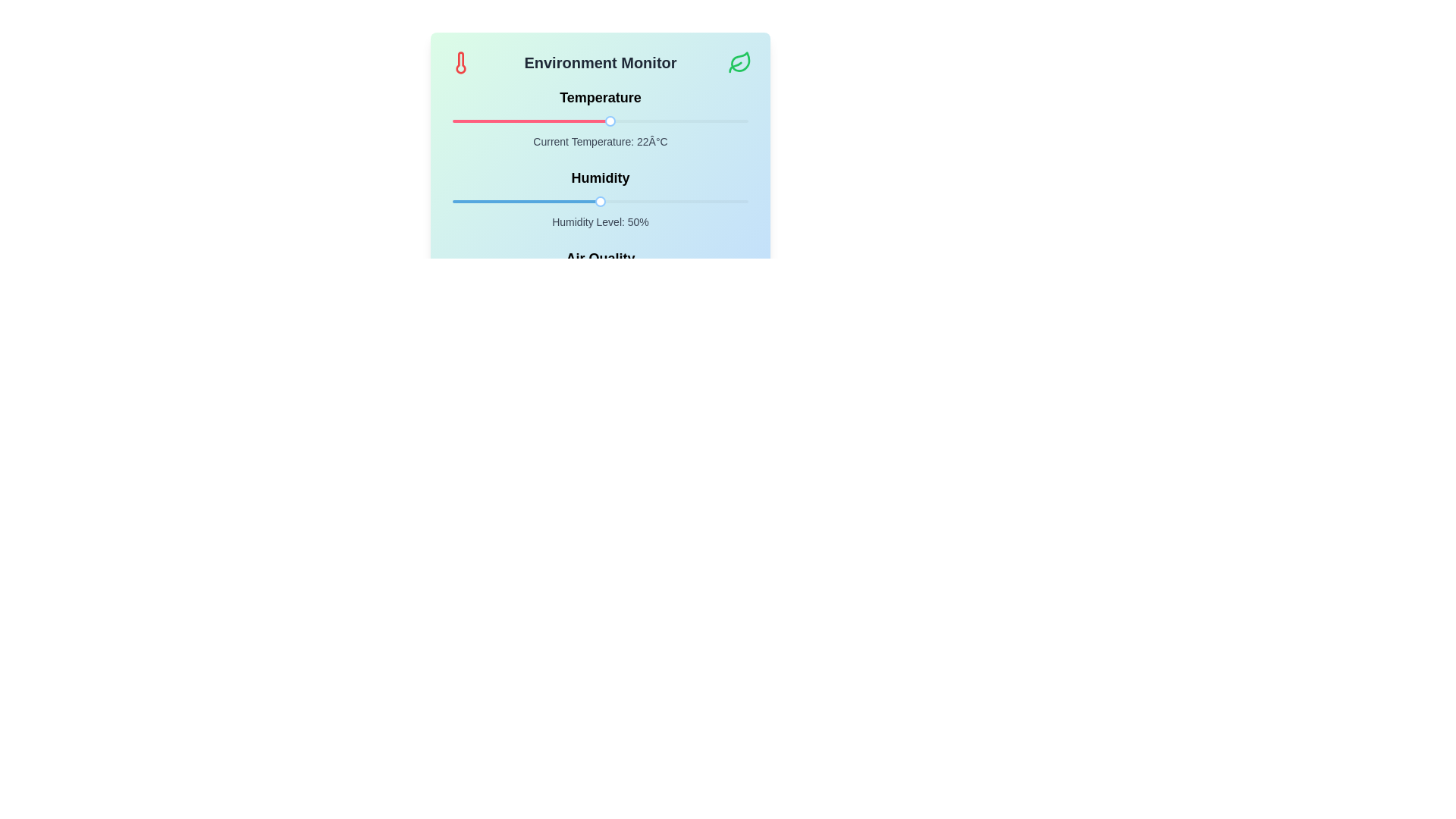  Describe the element at coordinates (670, 201) in the screenshot. I see `the humidity` at that location.